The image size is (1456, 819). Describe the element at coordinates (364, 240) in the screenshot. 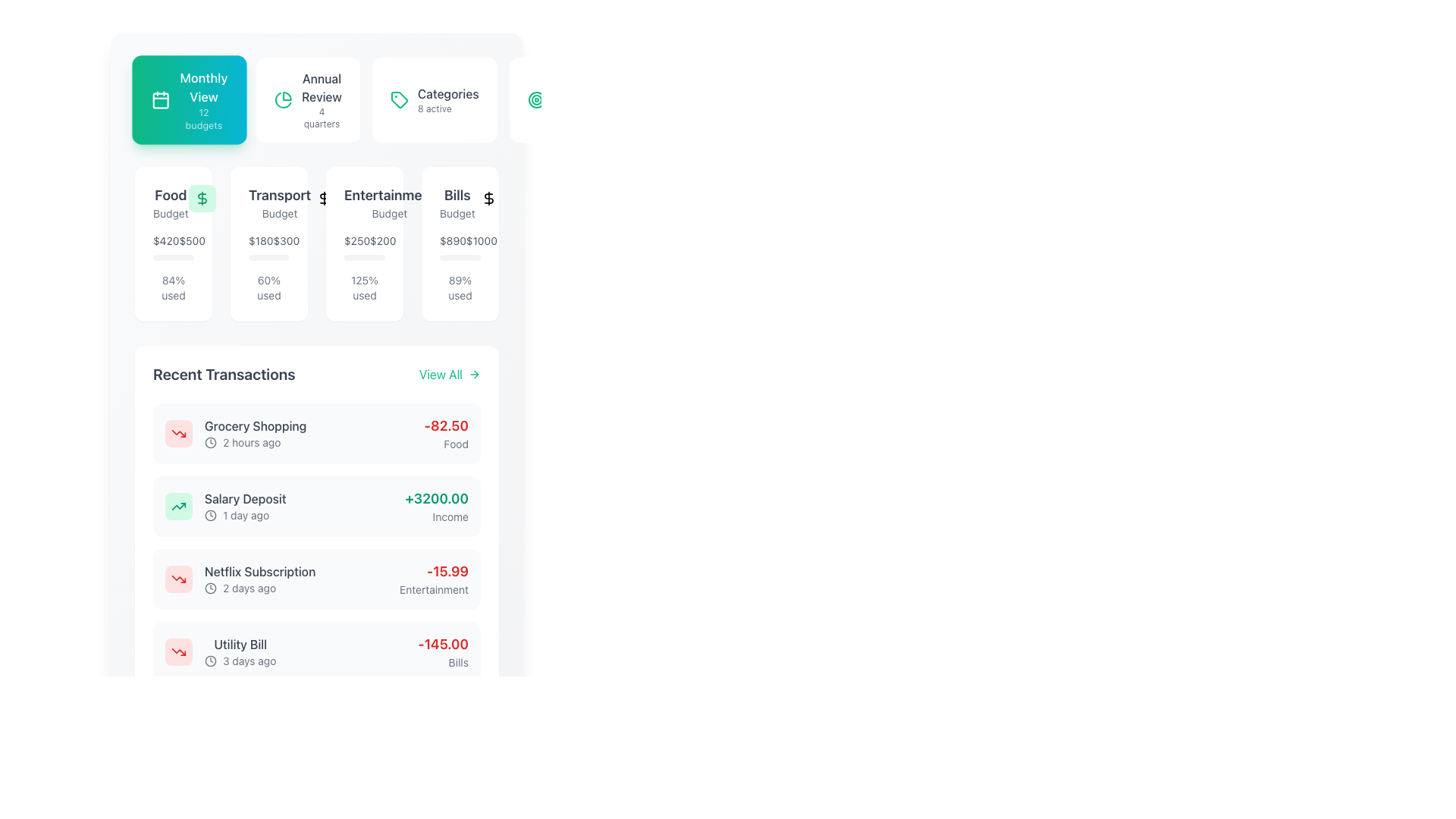

I see `the Text Display element that shows financial figures, located under the 'Entertainment Budget' section, directly below the budget title and above a percentage value indicator` at that location.